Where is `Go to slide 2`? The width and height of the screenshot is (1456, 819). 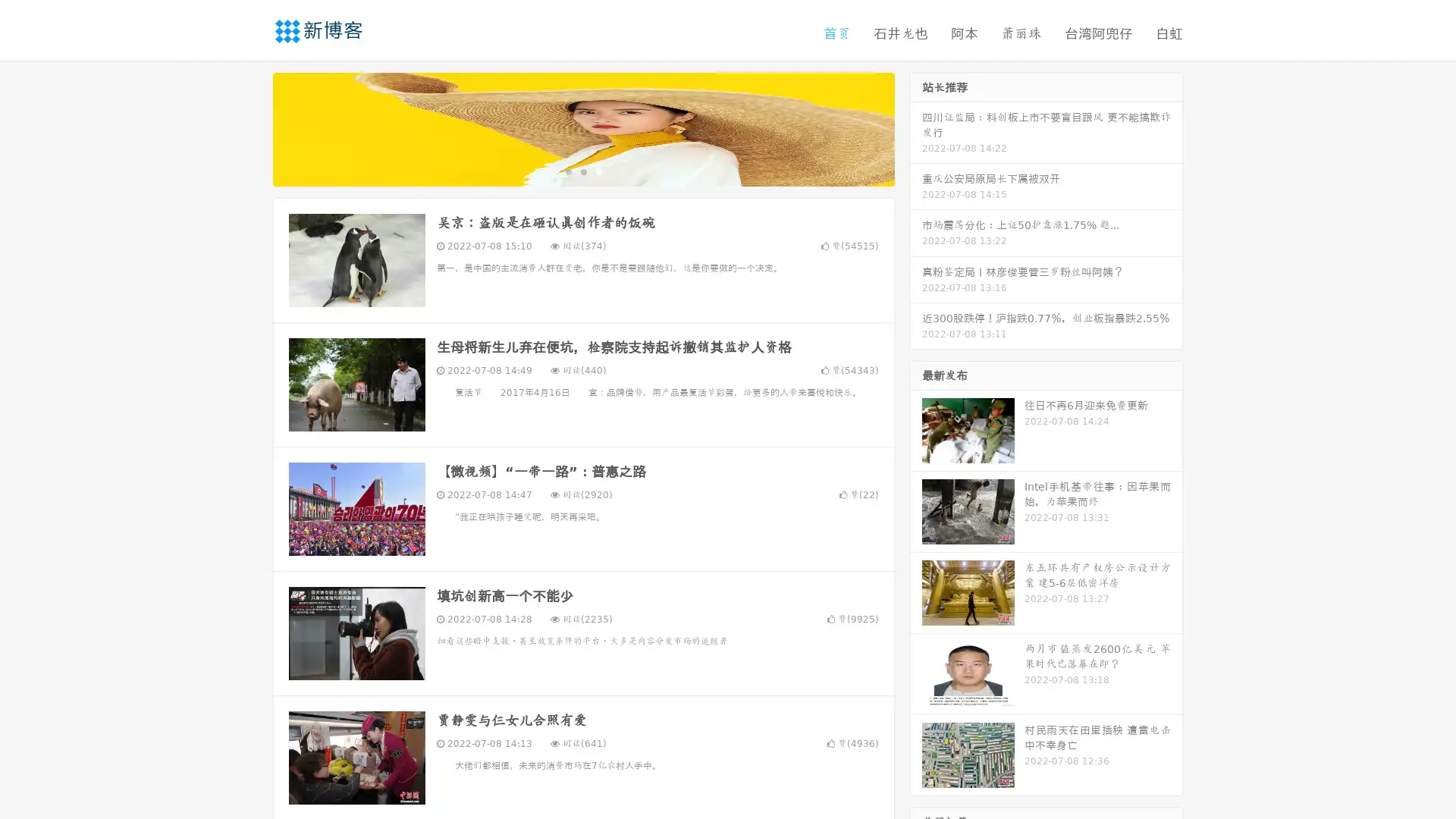
Go to slide 2 is located at coordinates (582, 171).